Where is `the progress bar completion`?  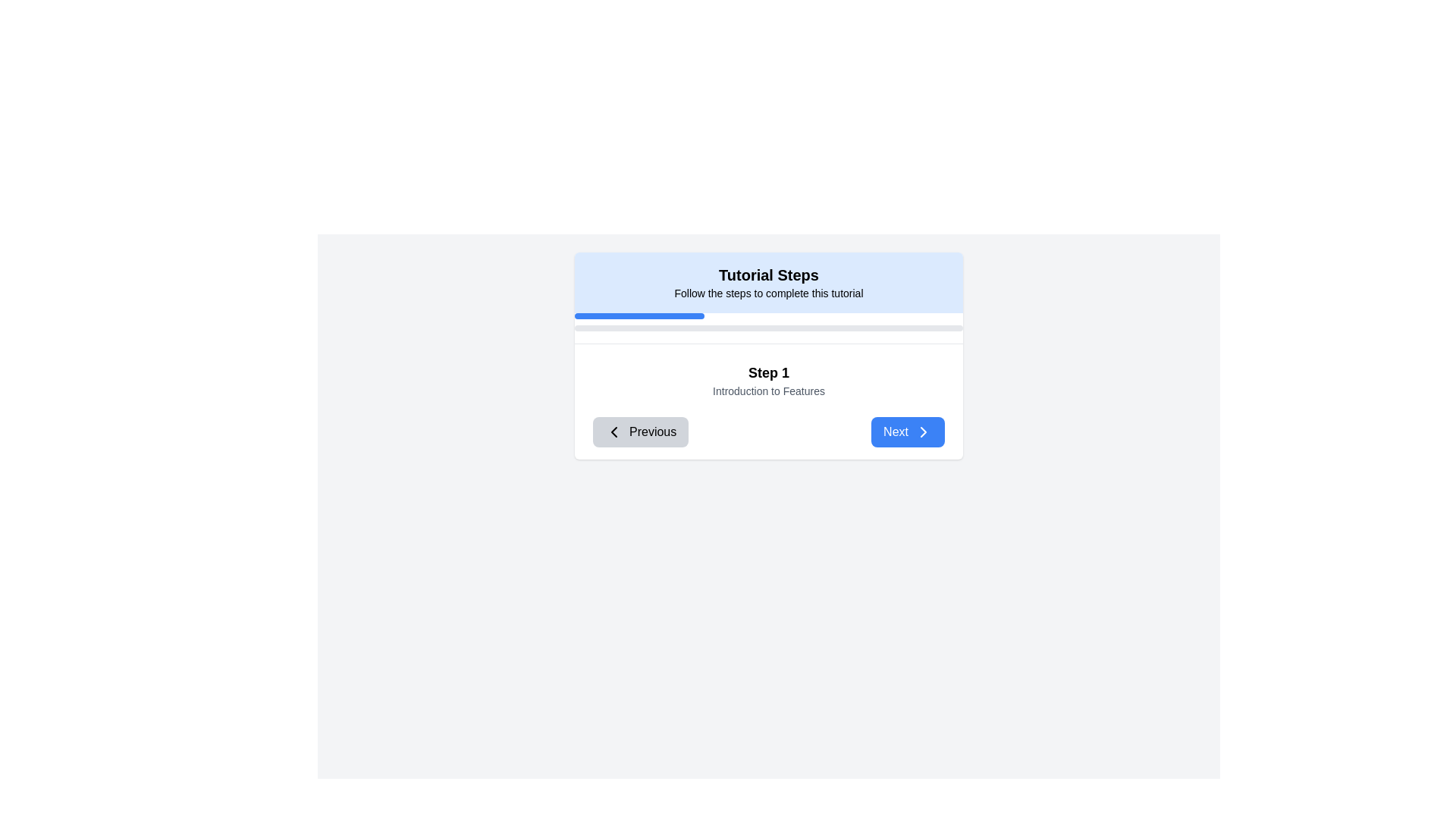
the progress bar completion is located at coordinates (585, 327).